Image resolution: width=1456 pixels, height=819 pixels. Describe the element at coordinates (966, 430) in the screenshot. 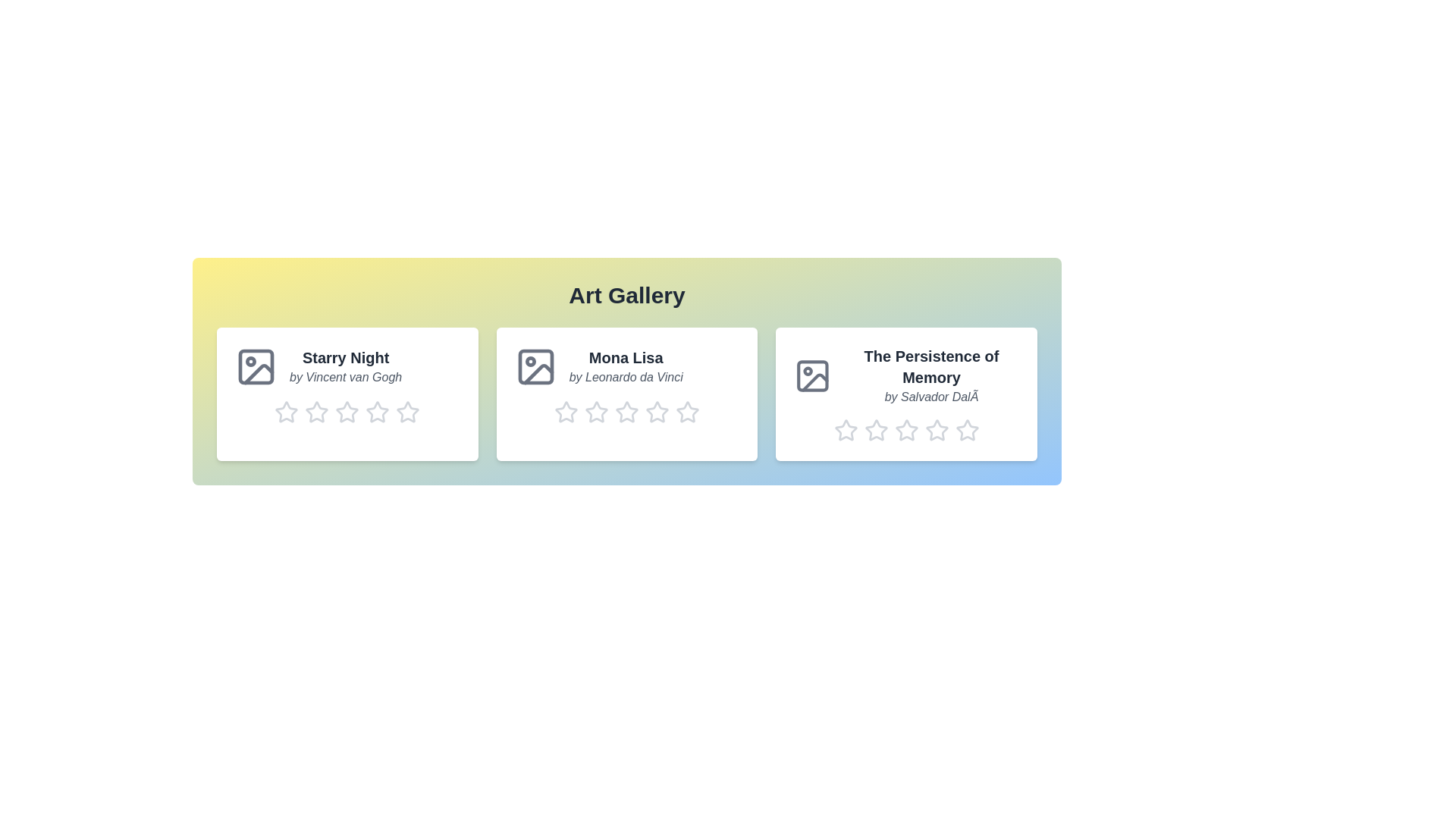

I see `the rating for the artwork 'The Persistence of Memory' to 5 stars` at that location.